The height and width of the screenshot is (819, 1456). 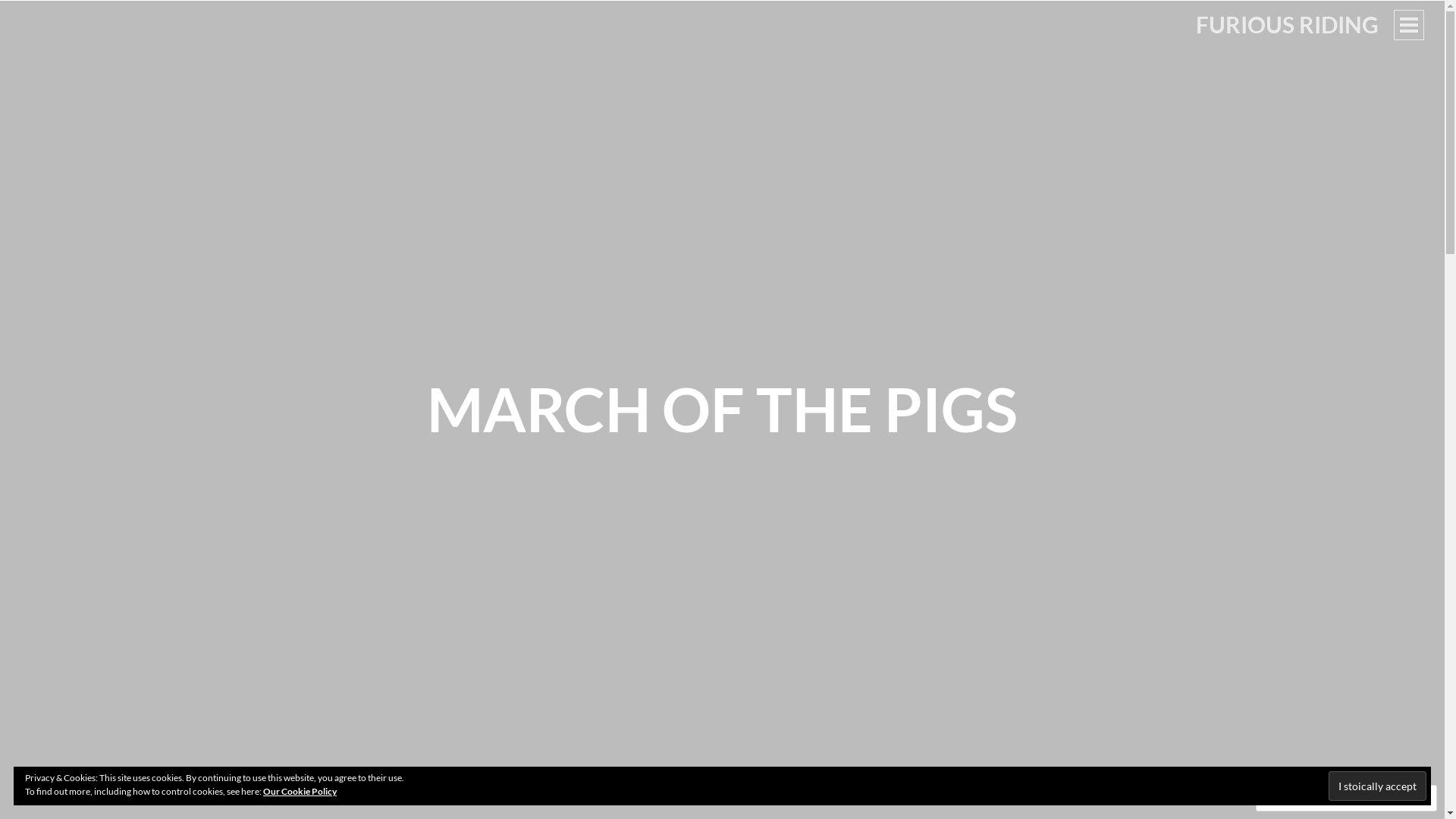 I want to click on 'Our Cookie Policy', so click(x=300, y=790).